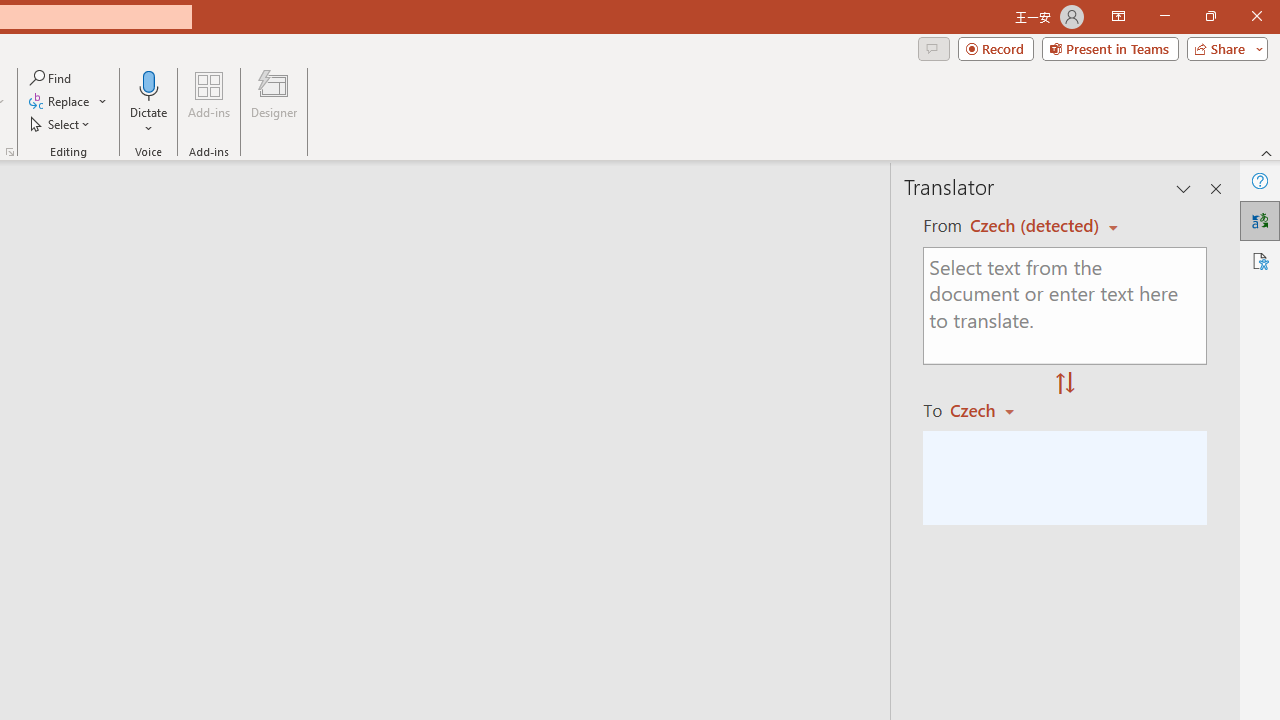 The width and height of the screenshot is (1280, 720). I want to click on 'Swap "from" and "to" languages.', so click(1064, 384).